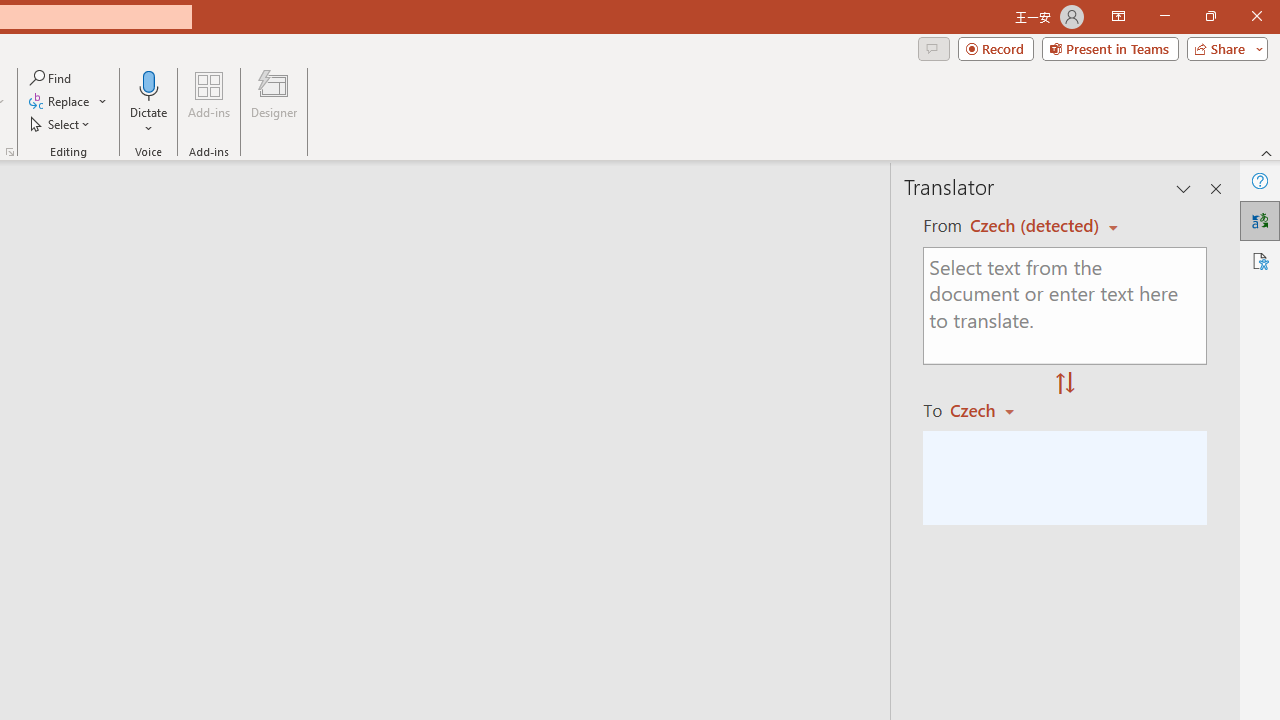 The width and height of the screenshot is (1280, 720). I want to click on 'Swap "from" and "to" languages.', so click(1064, 384).